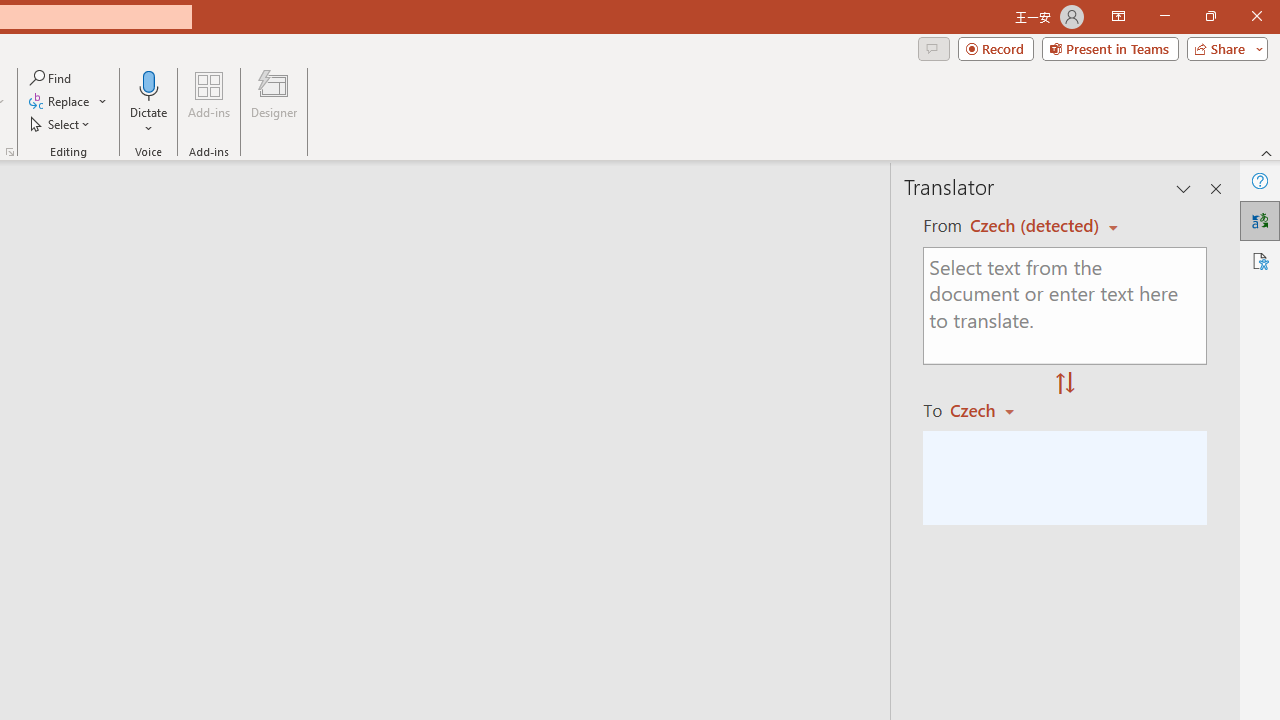 The width and height of the screenshot is (1280, 720). I want to click on 'Swap "from" and "to" languages.', so click(1064, 384).